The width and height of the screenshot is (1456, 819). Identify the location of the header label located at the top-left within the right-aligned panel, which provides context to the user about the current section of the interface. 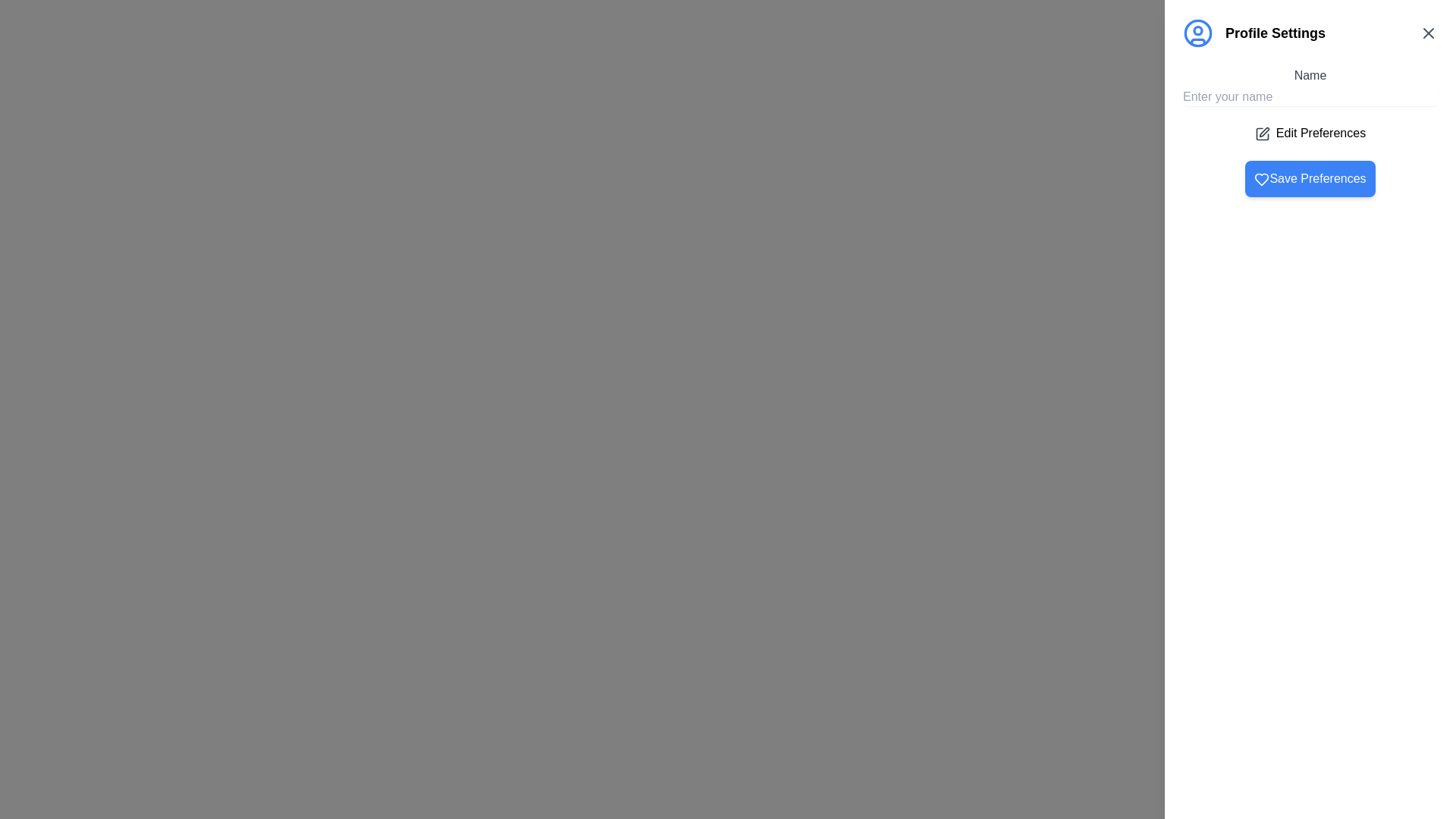
(1254, 33).